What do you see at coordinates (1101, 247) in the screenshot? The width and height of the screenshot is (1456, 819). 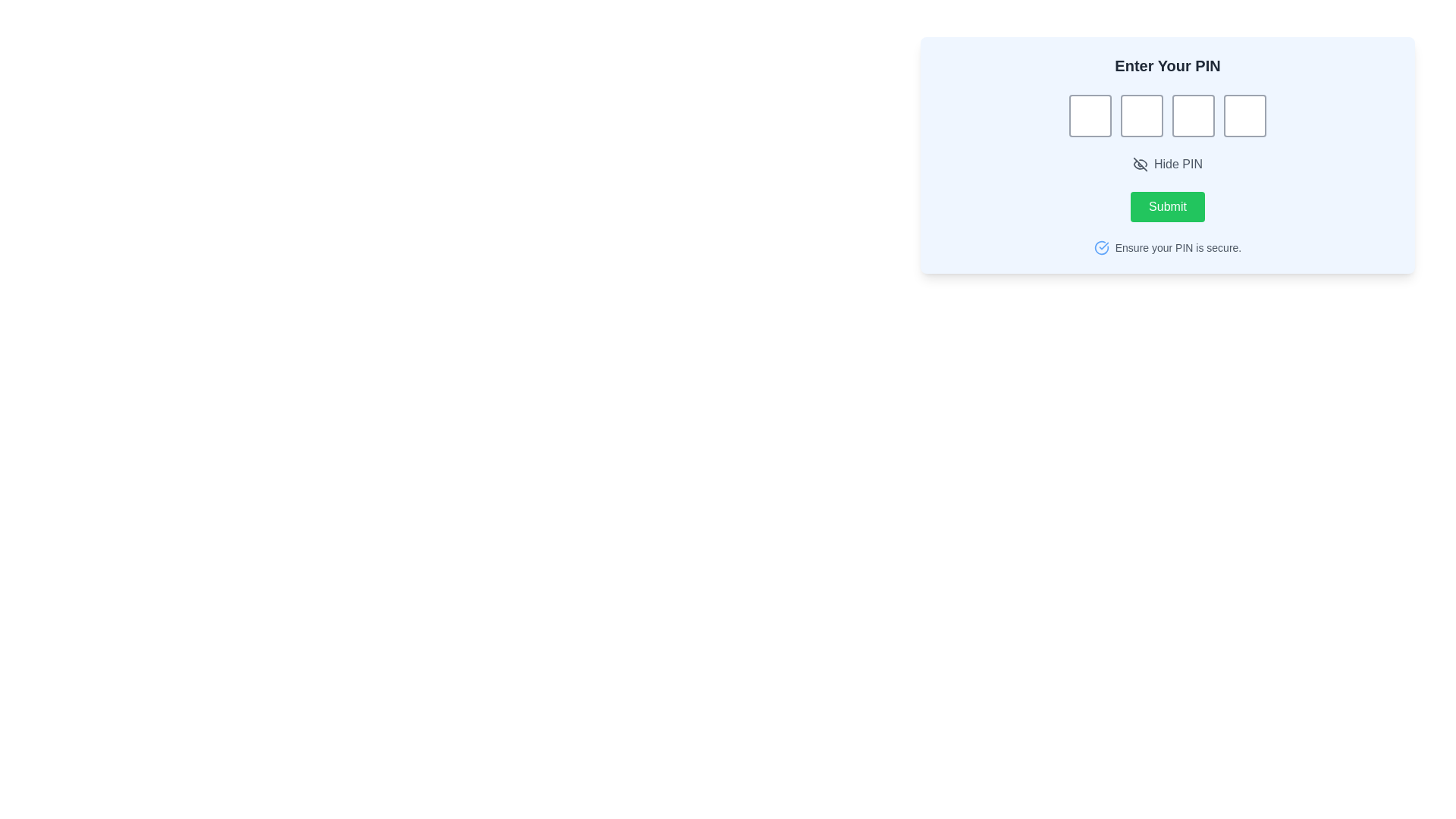 I see `the Decorative Icon located to the left of the text 'Ensure your PIN is secure.'` at bounding box center [1101, 247].